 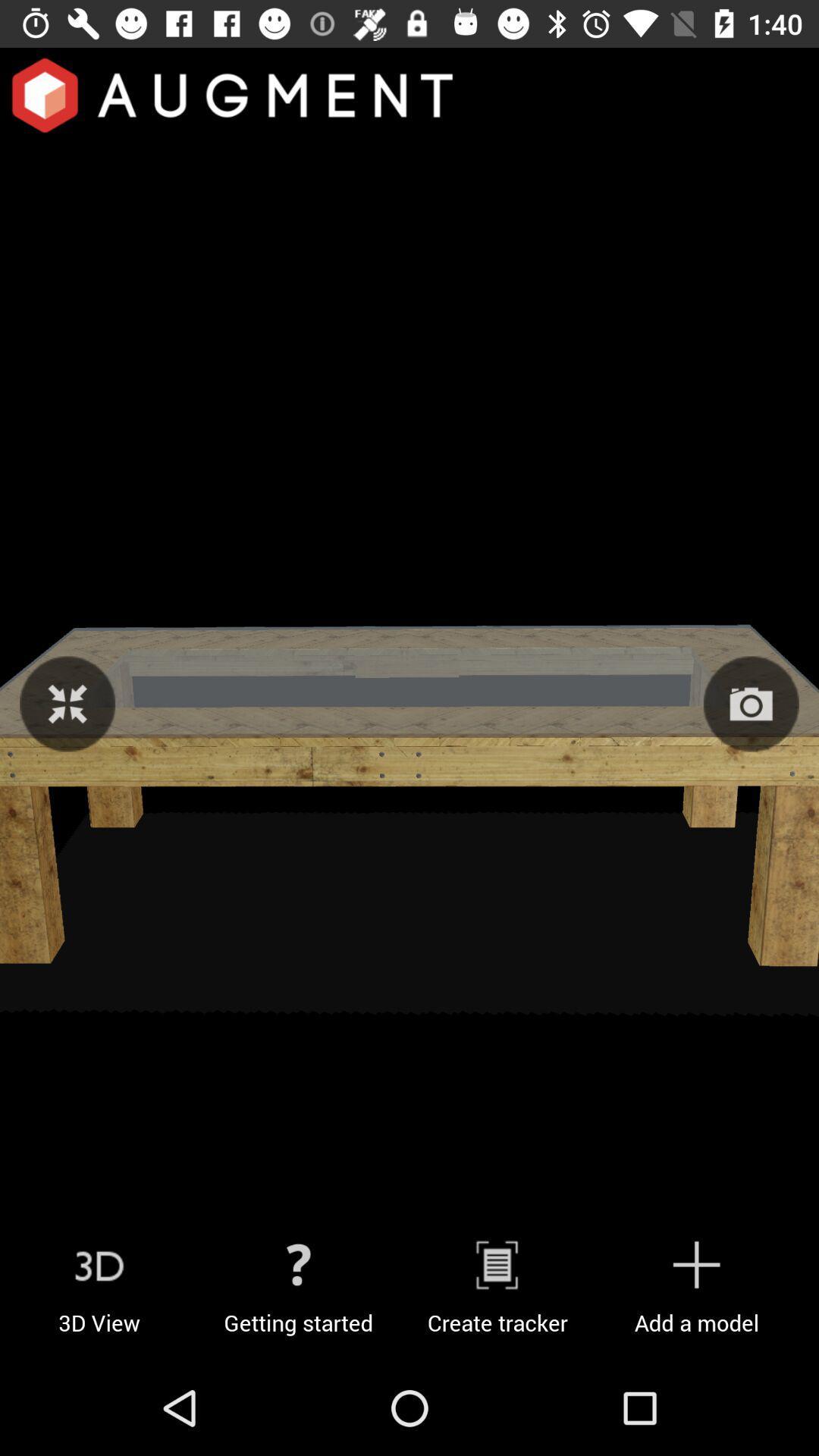 What do you see at coordinates (67, 703) in the screenshot?
I see `the fullscreen icon` at bounding box center [67, 703].